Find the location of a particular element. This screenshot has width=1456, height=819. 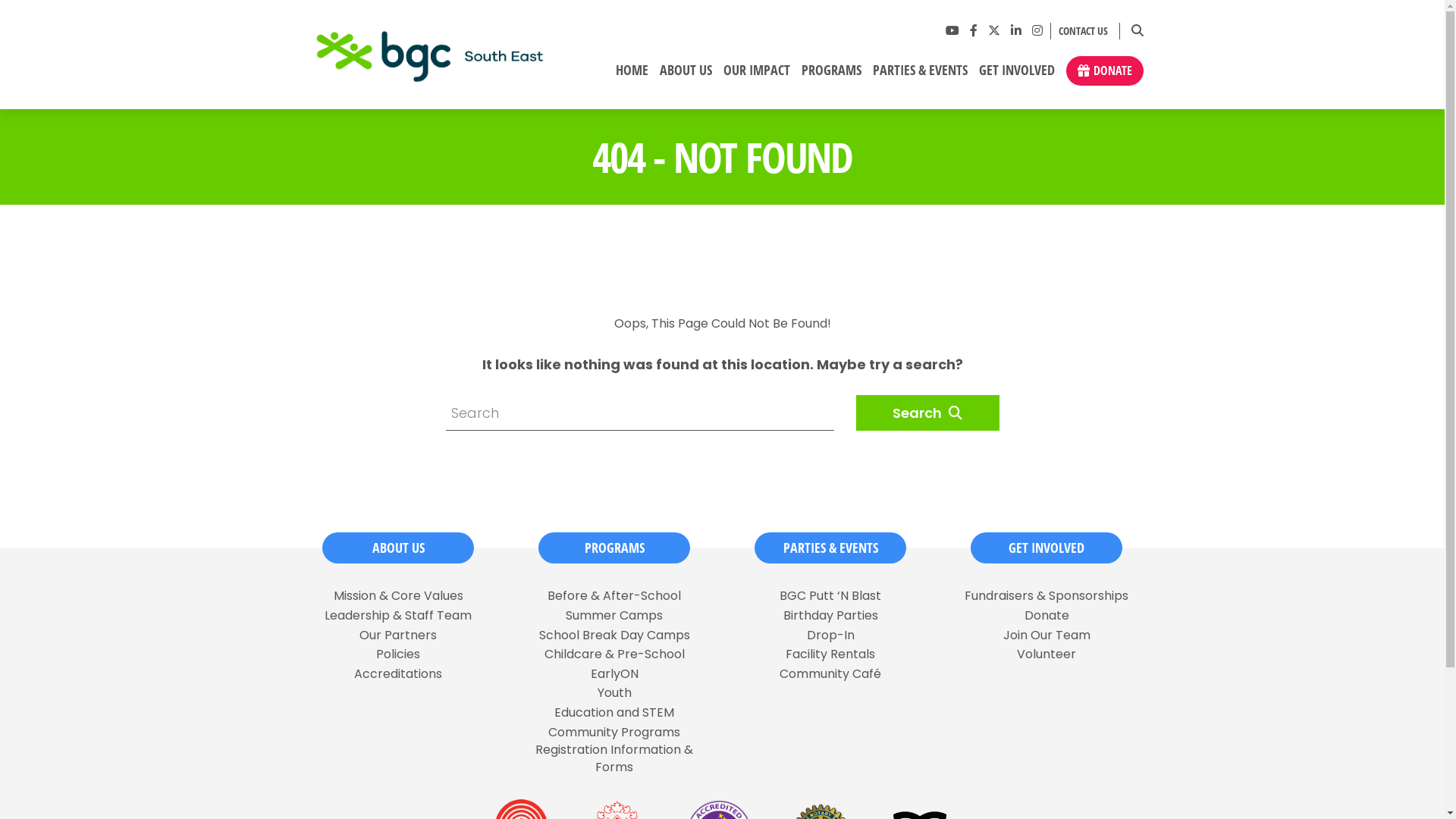

'Policies' is located at coordinates (397, 654).